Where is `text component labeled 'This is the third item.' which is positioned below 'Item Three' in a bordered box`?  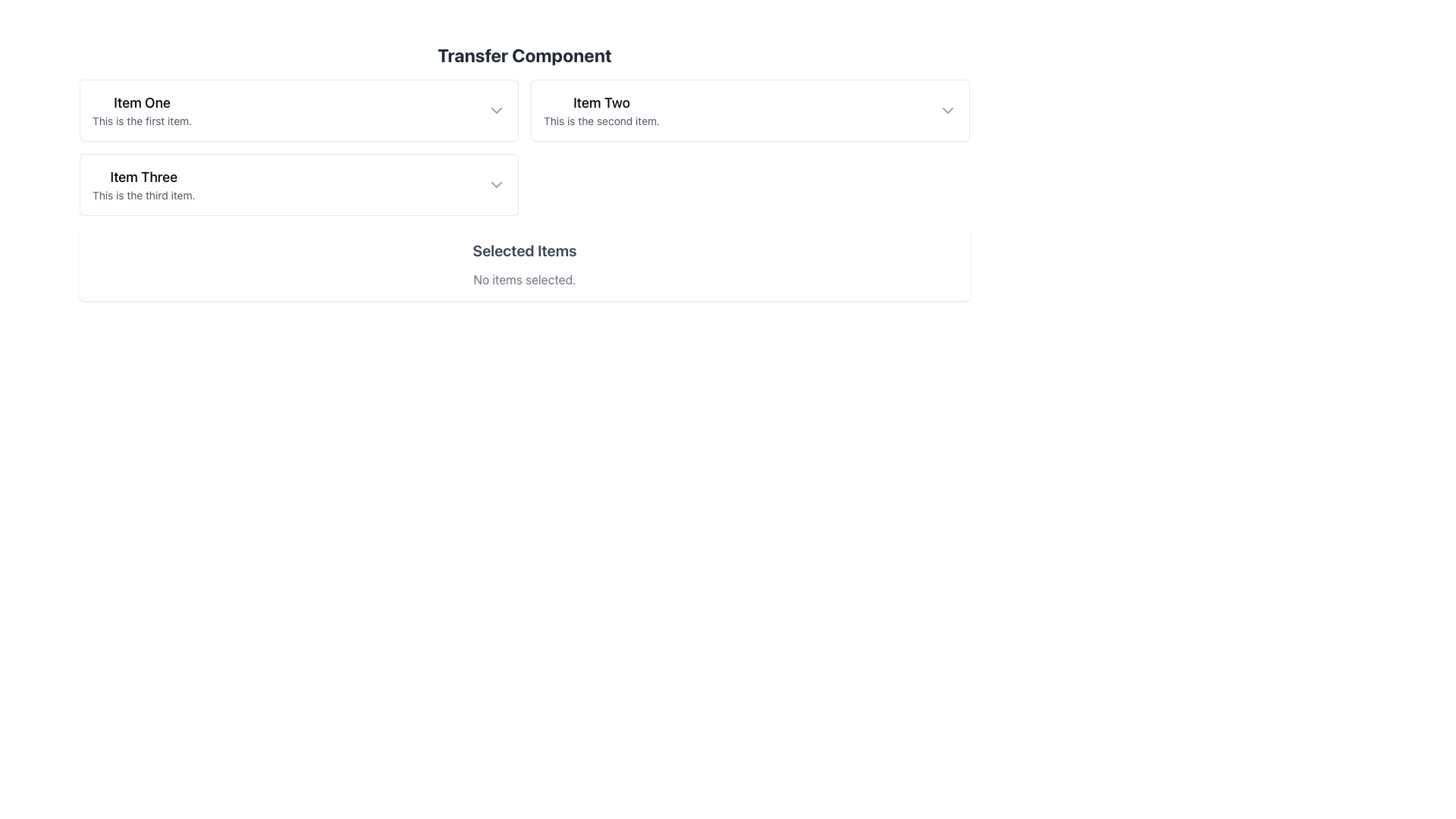 text component labeled 'This is the third item.' which is positioned below 'Item Three' in a bordered box is located at coordinates (143, 195).